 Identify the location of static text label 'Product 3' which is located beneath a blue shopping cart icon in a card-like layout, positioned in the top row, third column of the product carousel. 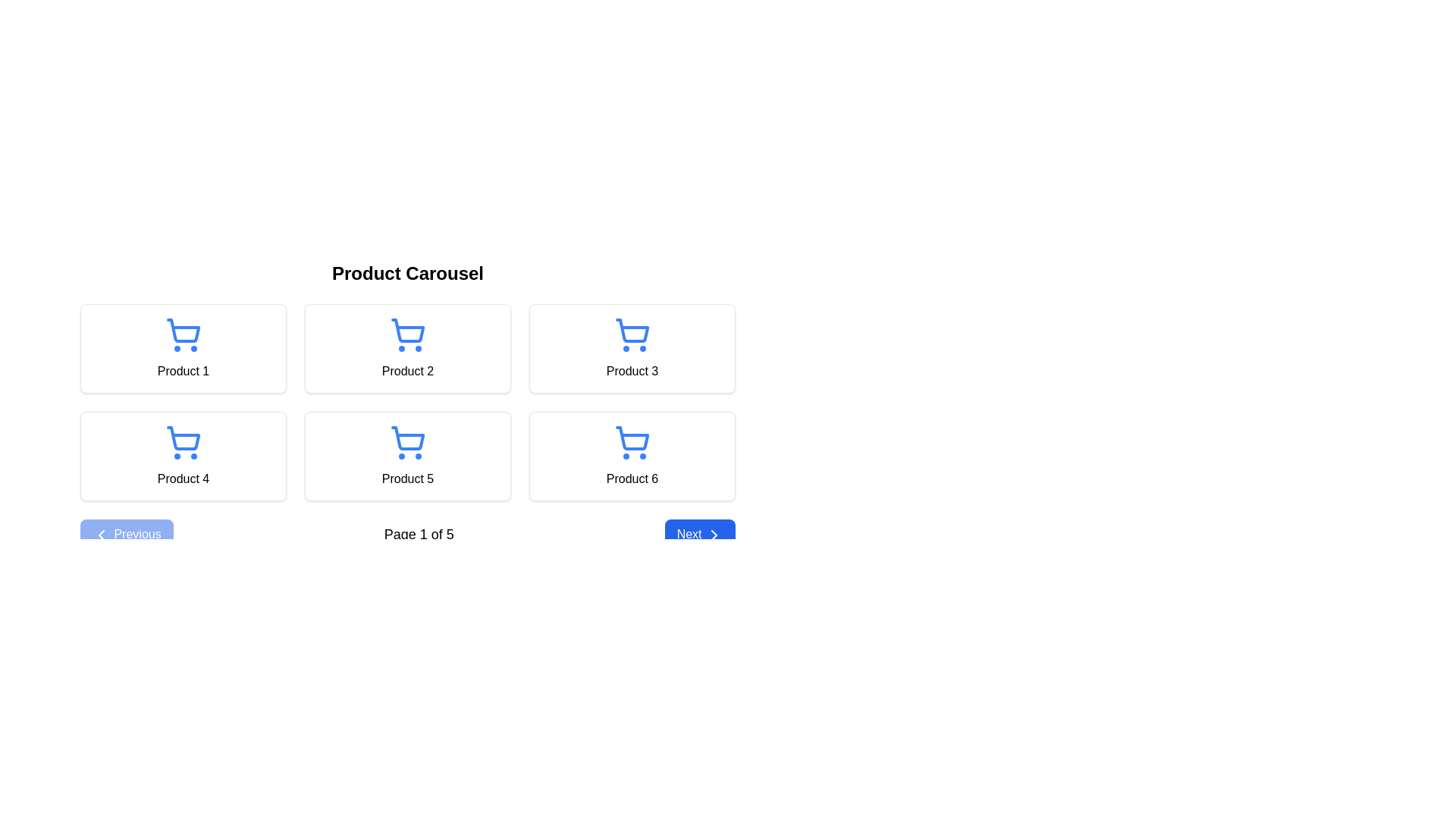
(632, 371).